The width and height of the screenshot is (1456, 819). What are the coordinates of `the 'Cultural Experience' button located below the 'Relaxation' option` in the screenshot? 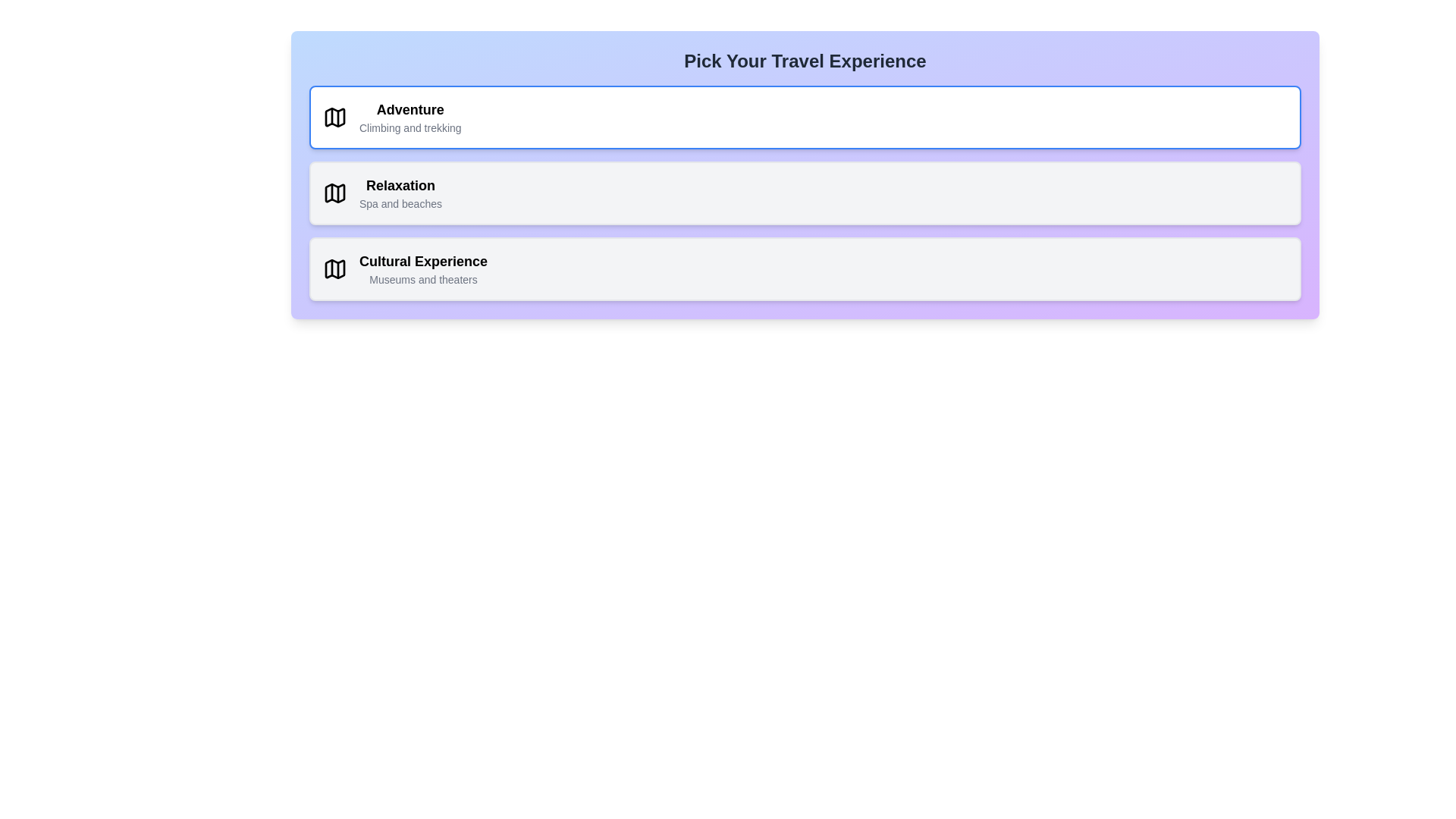 It's located at (804, 268).